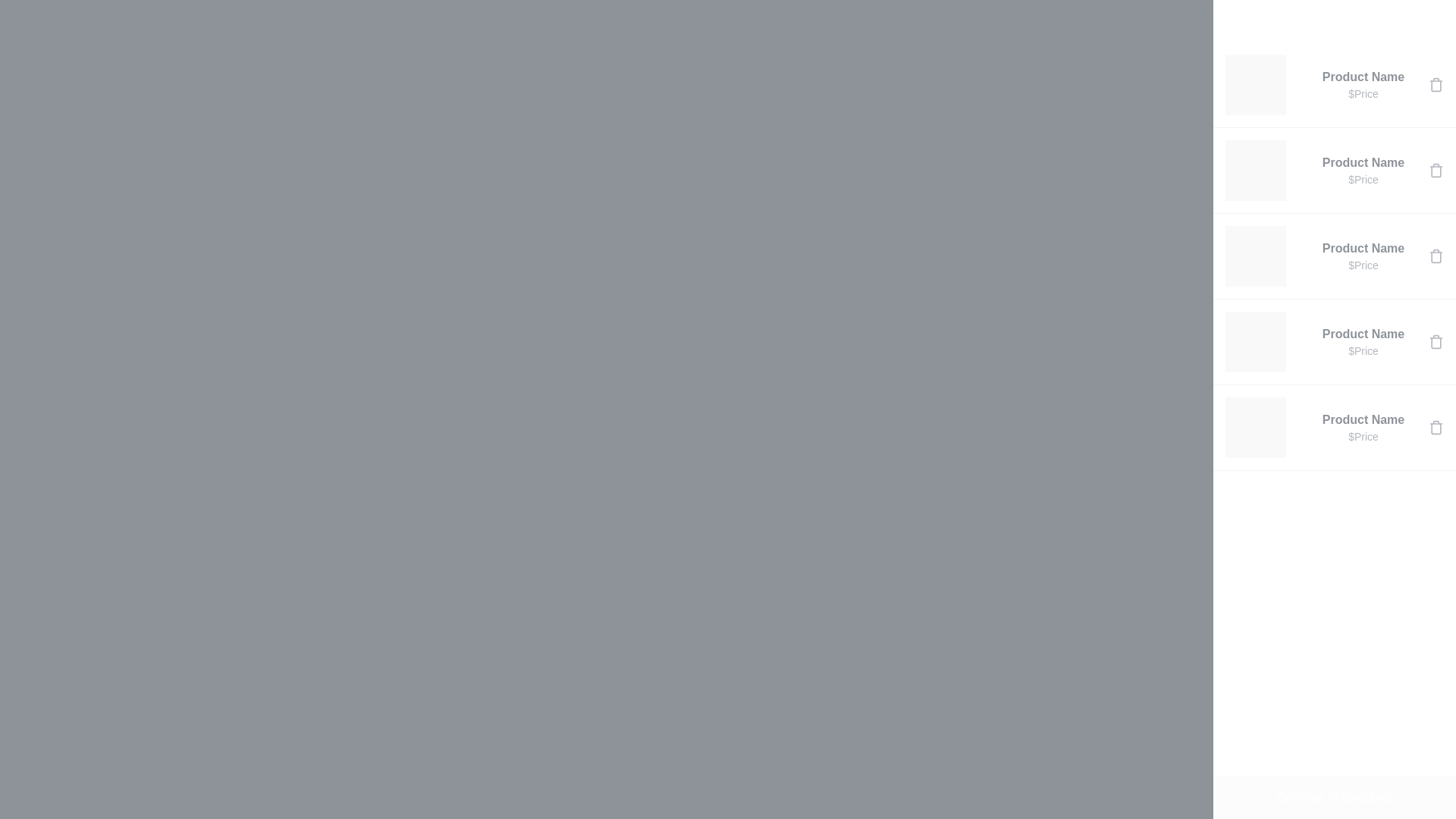 Image resolution: width=1456 pixels, height=819 pixels. Describe the element at coordinates (1363, 178) in the screenshot. I see `the text label displaying the string '$Price', which is styled in gray and positioned directly below the 'Product Name' text in a vertical list layout of product items` at that location.